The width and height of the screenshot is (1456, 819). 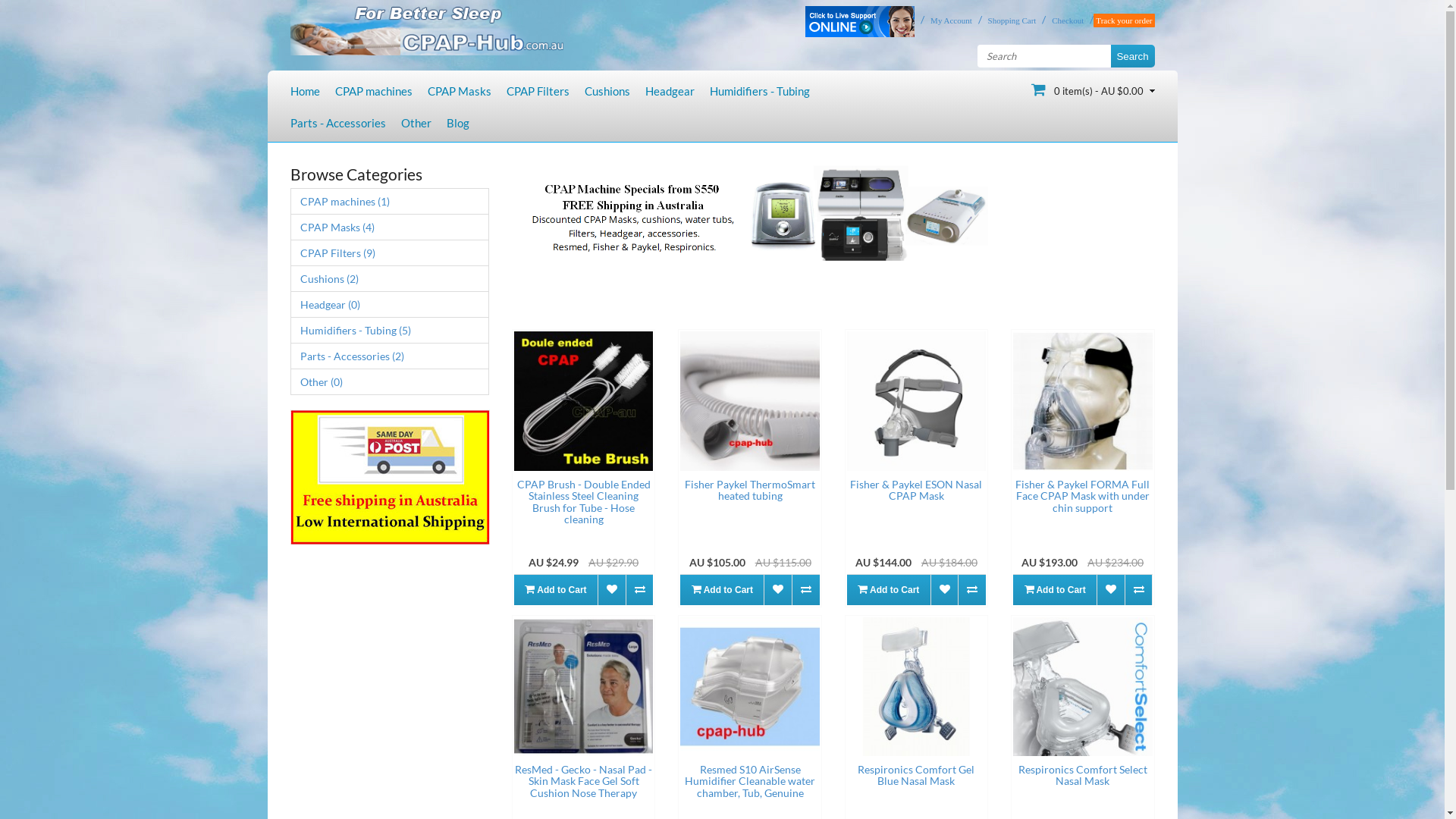 What do you see at coordinates (1124, 20) in the screenshot?
I see `'Track your order'` at bounding box center [1124, 20].